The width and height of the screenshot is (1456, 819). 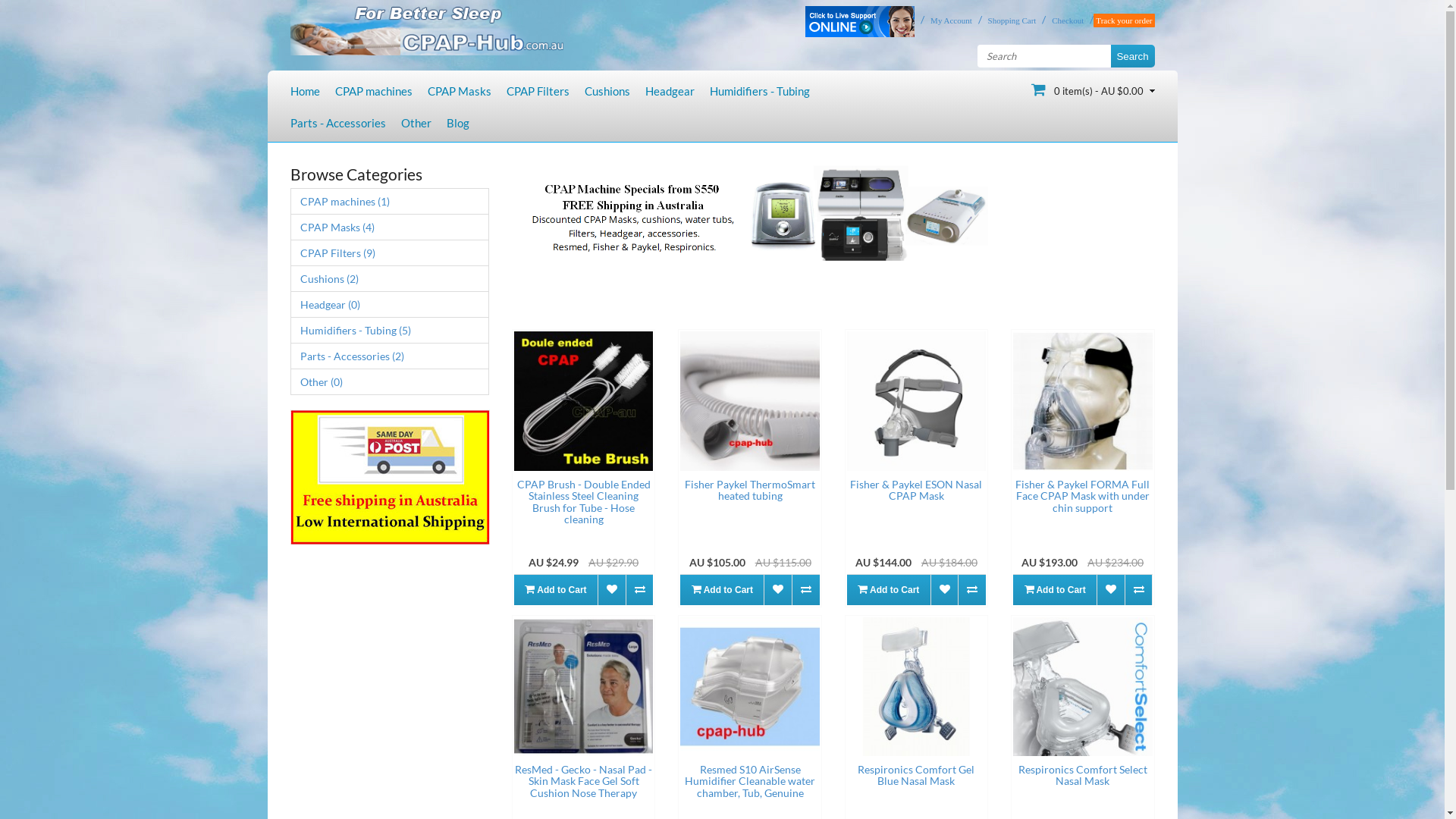 What do you see at coordinates (1124, 20) in the screenshot?
I see `'Track your order'` at bounding box center [1124, 20].